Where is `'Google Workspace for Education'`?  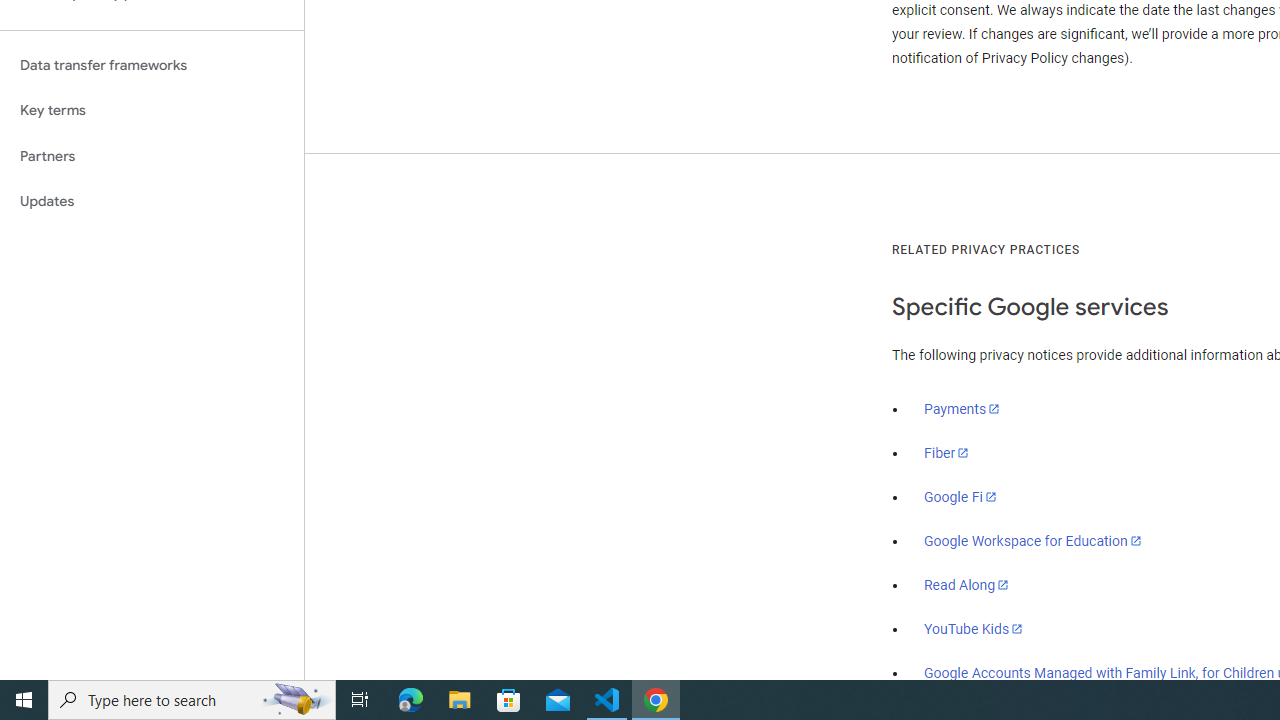
'Google Workspace for Education' is located at coordinates (1032, 541).